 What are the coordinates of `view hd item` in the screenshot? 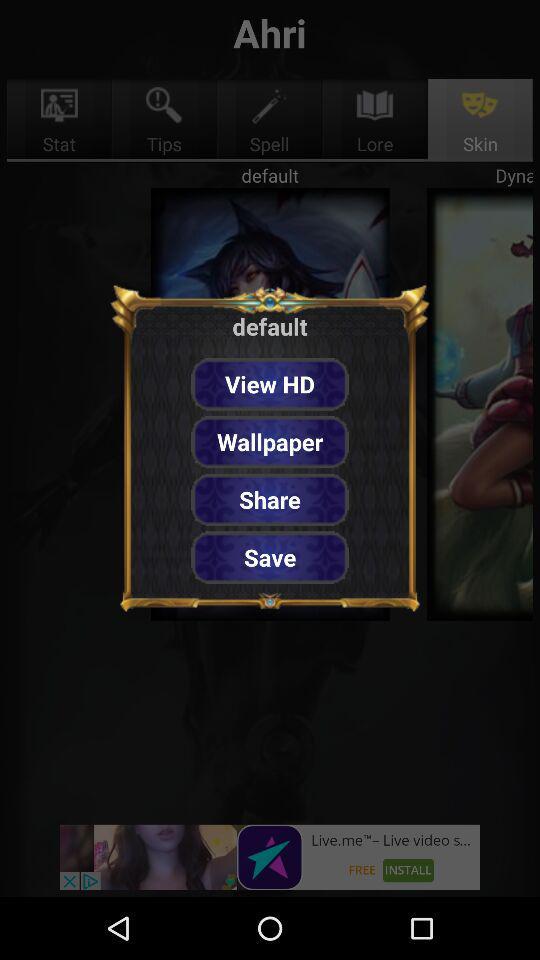 It's located at (270, 383).